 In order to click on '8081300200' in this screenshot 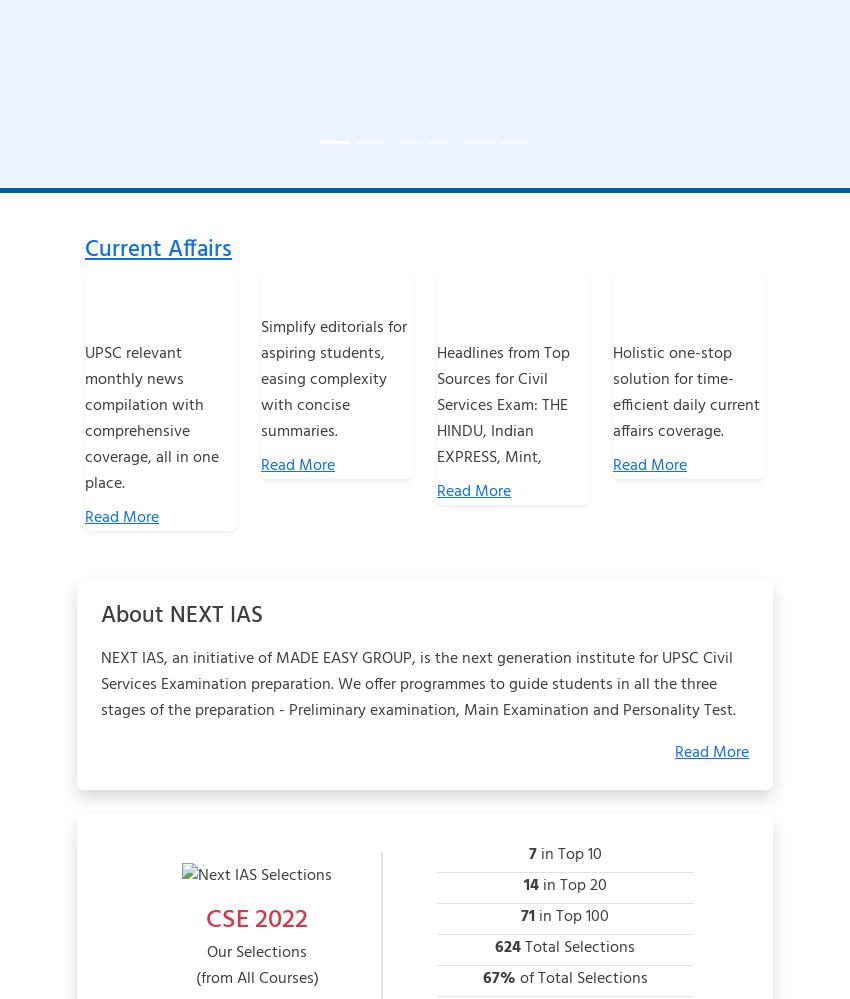, I will do `click(166, 743)`.